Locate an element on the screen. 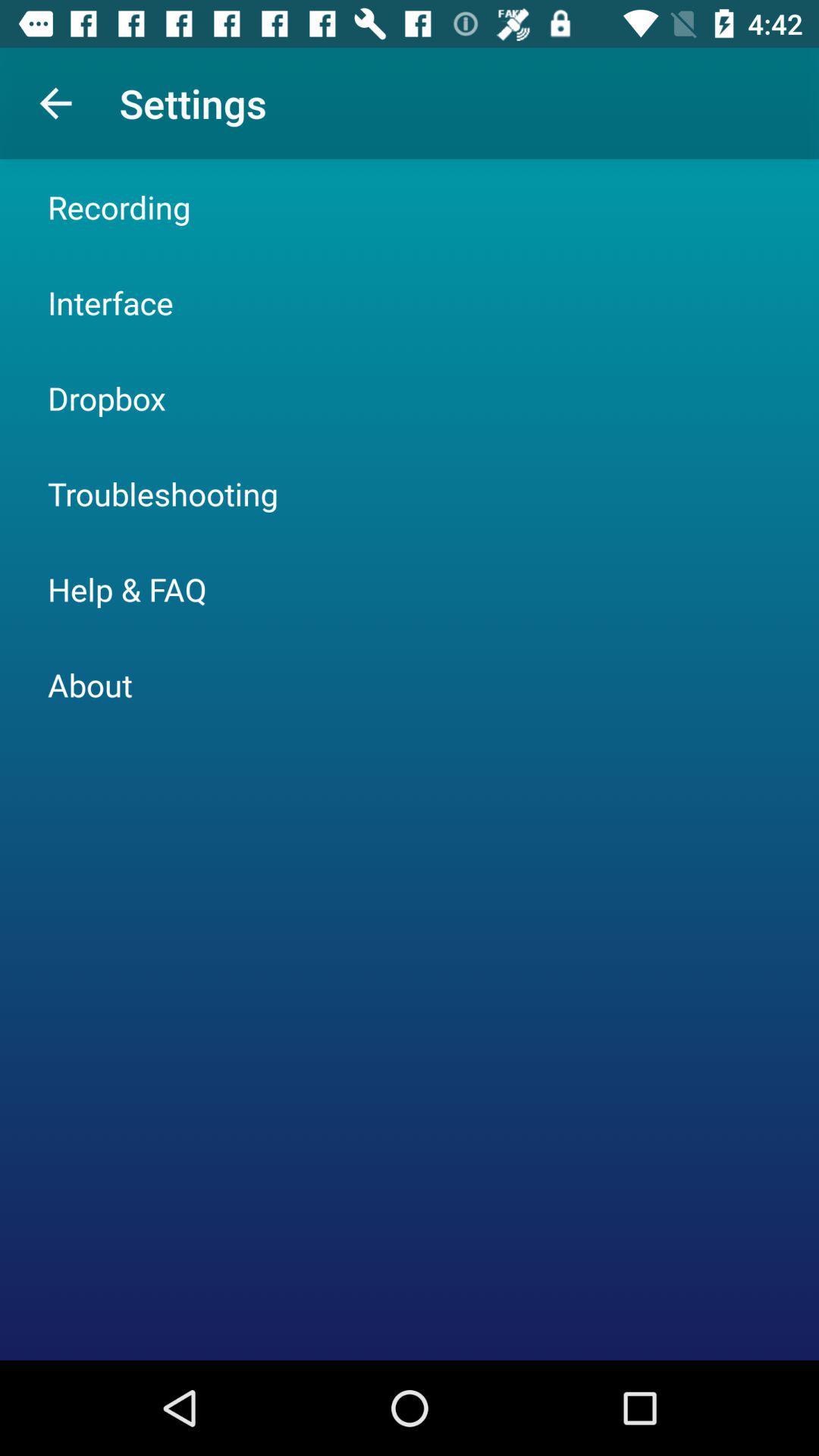 This screenshot has width=819, height=1456. the interface icon is located at coordinates (109, 302).